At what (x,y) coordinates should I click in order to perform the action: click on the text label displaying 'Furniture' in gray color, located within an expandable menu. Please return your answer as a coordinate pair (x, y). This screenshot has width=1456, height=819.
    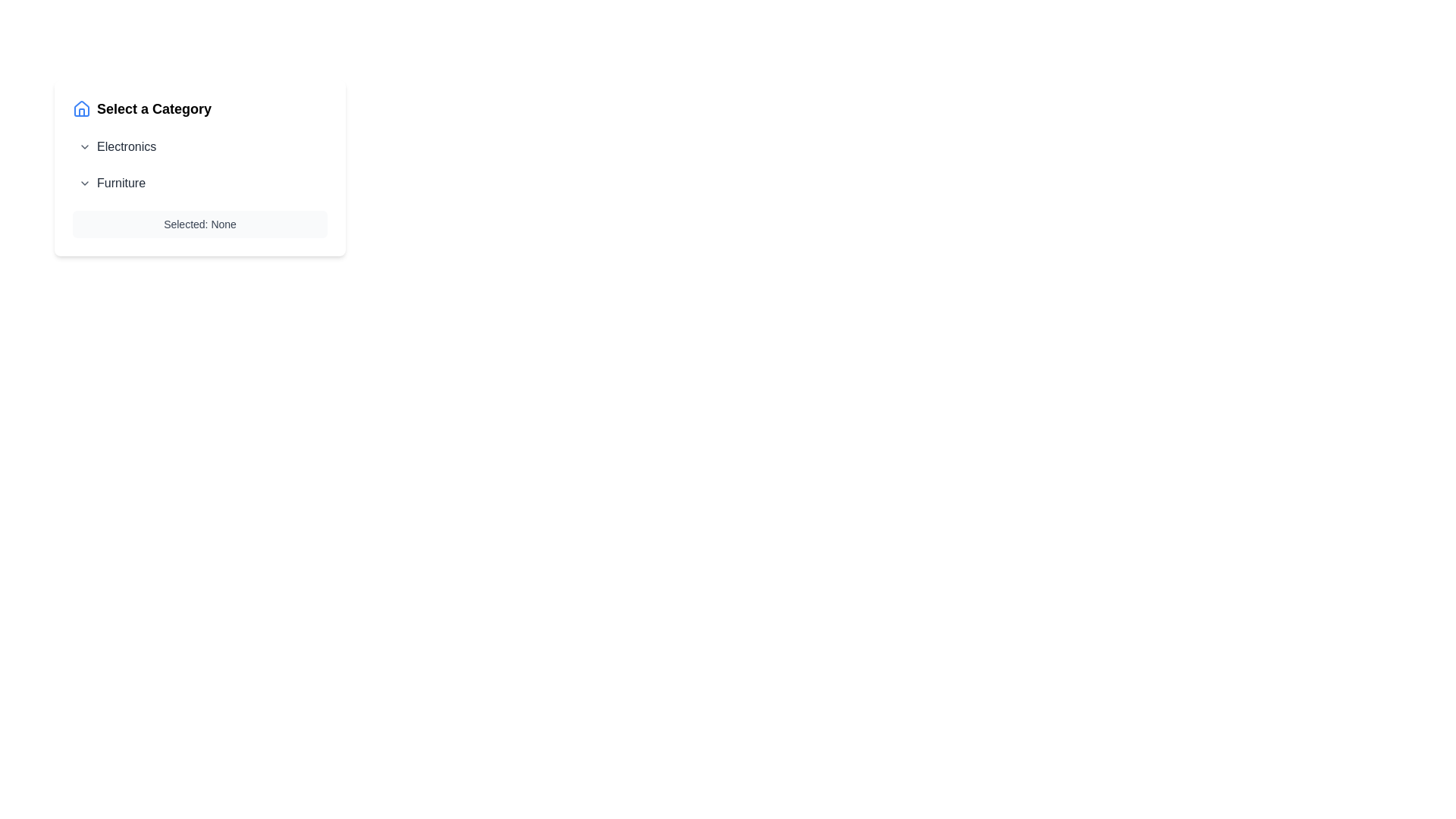
    Looking at the image, I should click on (120, 183).